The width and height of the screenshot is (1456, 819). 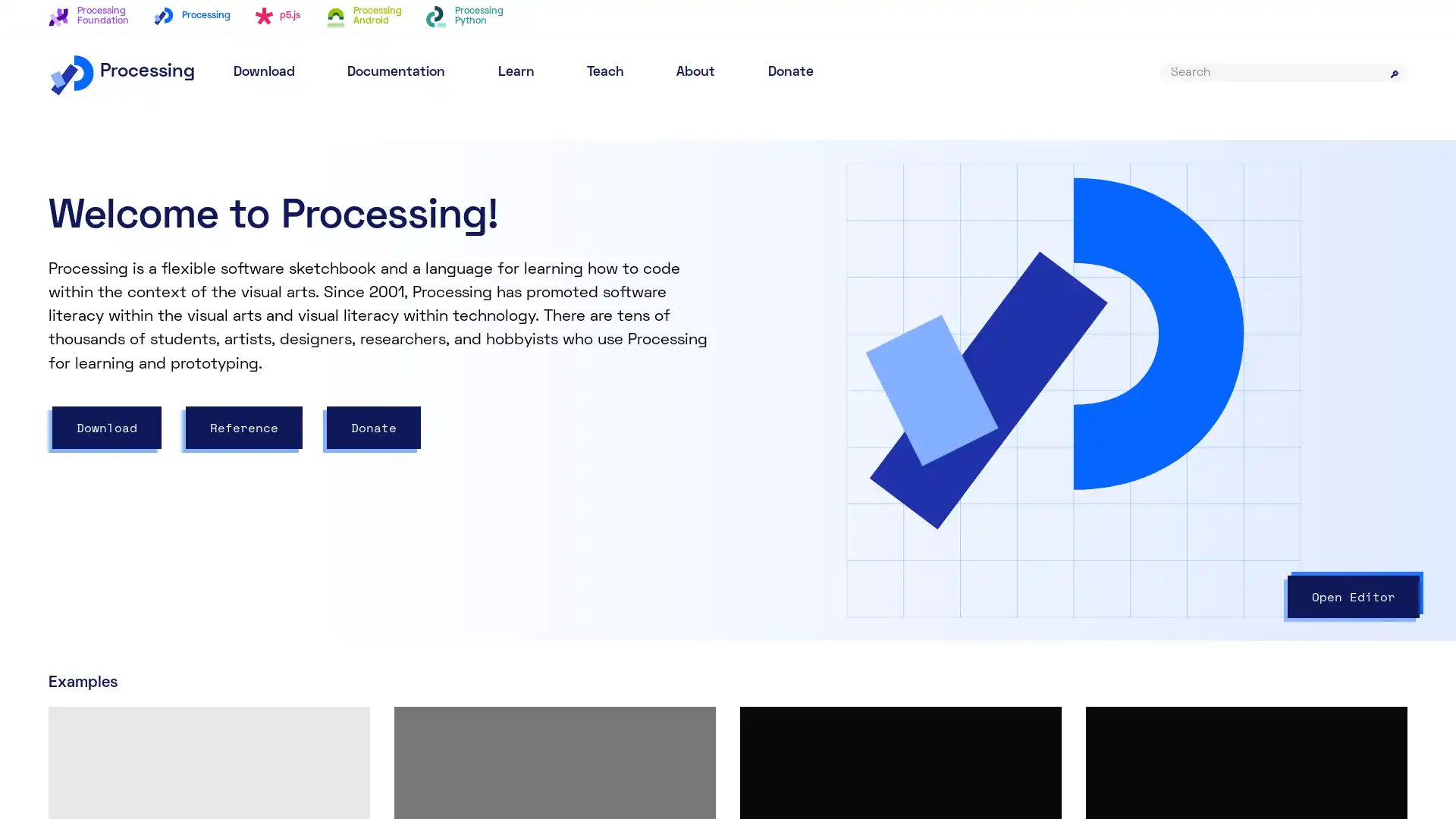 I want to click on change position, so click(x=864, y=503).